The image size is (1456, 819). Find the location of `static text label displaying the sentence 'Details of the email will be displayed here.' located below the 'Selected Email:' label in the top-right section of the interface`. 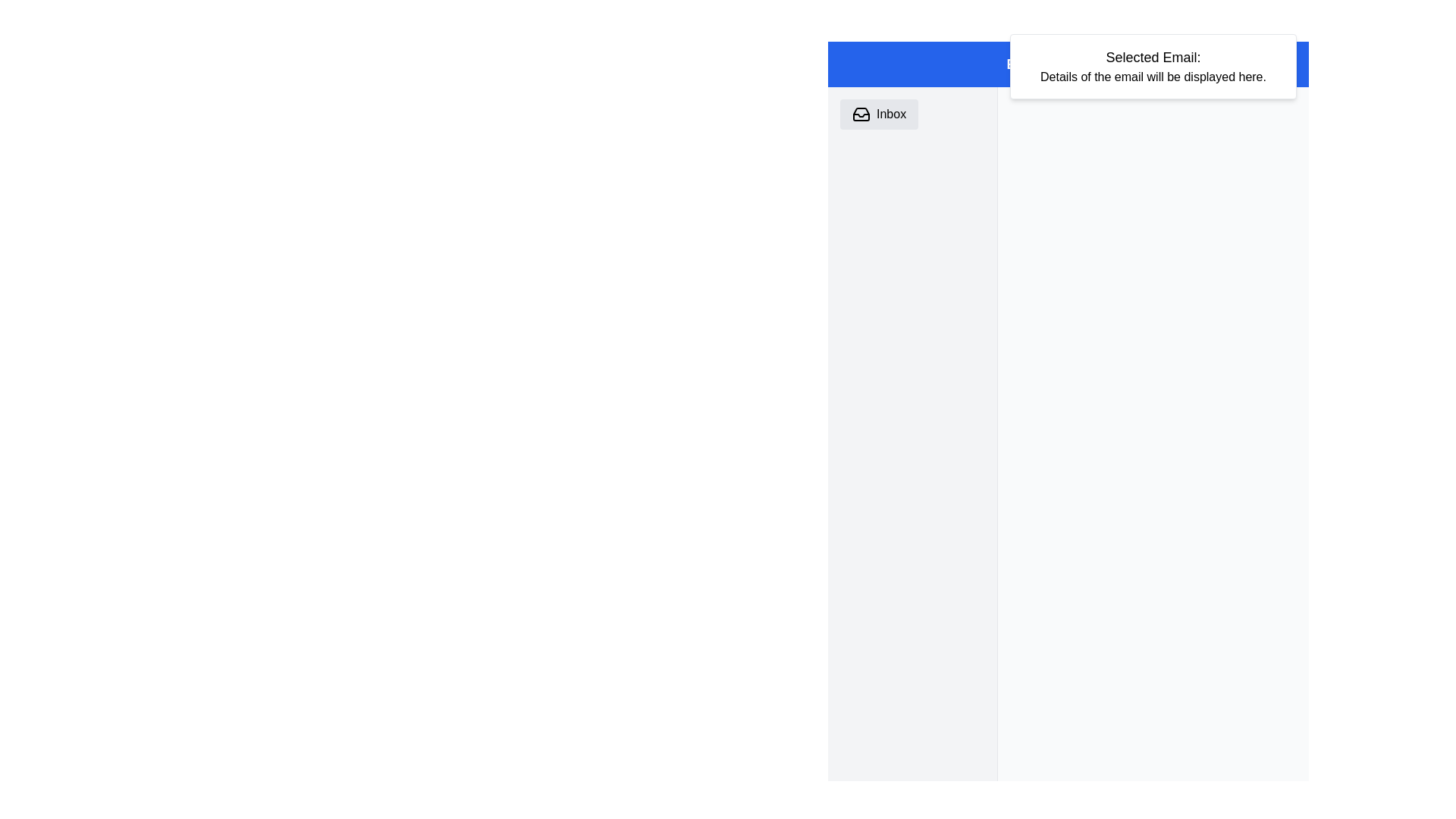

static text label displaying the sentence 'Details of the email will be displayed here.' located below the 'Selected Email:' label in the top-right section of the interface is located at coordinates (1153, 77).